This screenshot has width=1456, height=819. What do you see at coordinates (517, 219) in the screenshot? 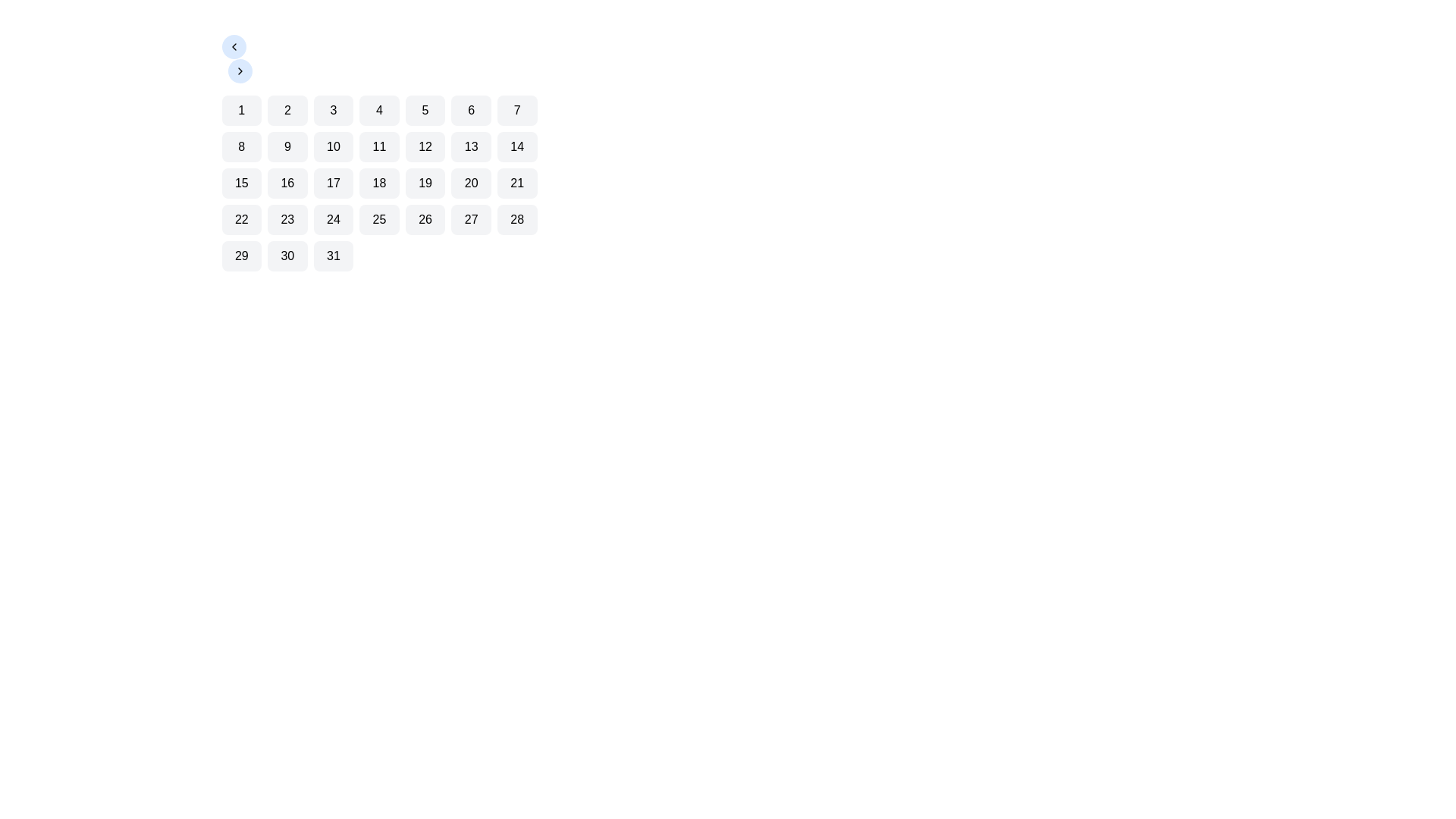
I see `the button representing the 28th day in the calendar grid` at bounding box center [517, 219].